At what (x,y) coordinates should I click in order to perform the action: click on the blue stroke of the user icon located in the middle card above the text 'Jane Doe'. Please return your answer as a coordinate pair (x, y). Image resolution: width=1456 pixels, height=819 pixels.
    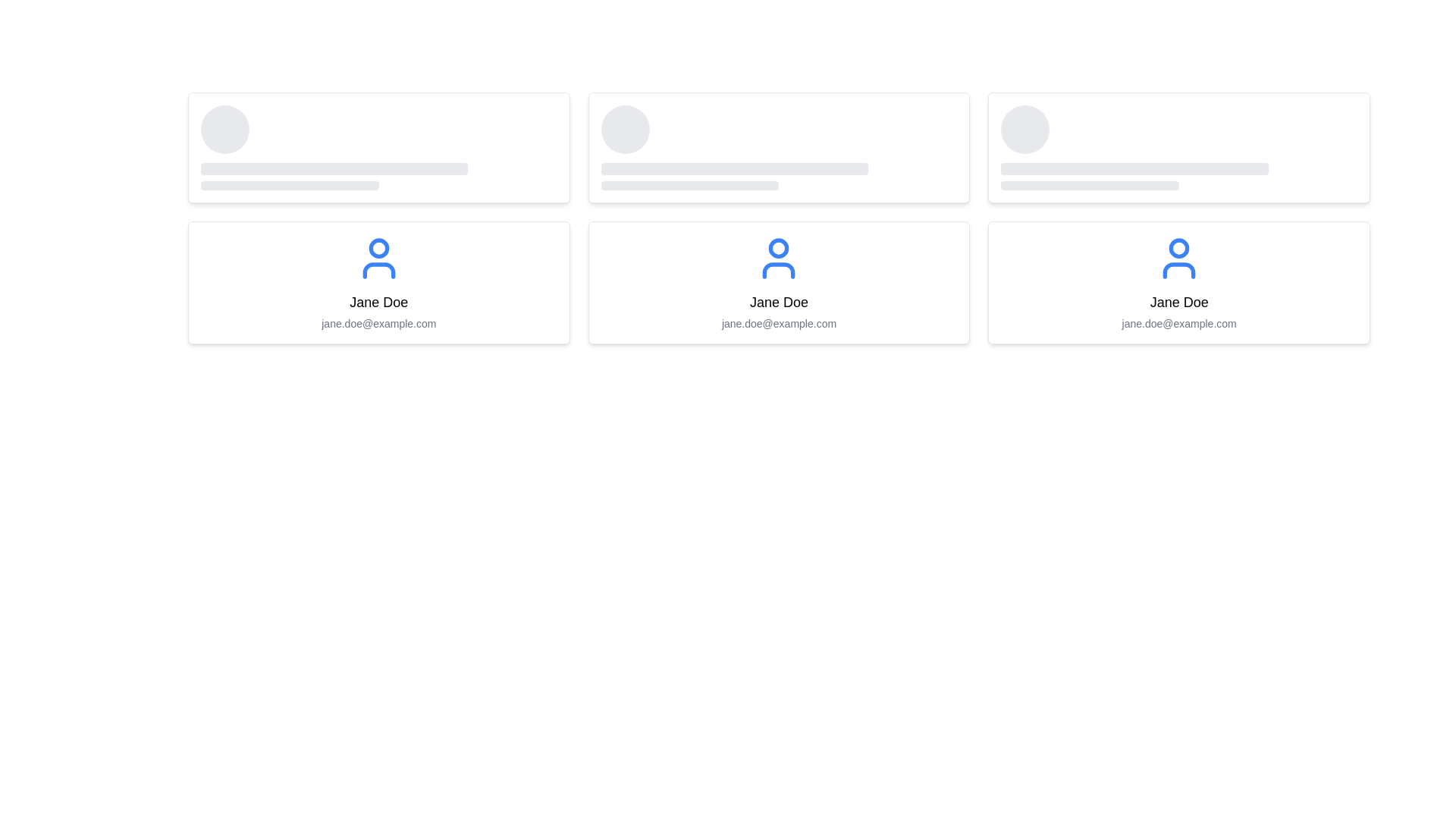
    Looking at the image, I should click on (378, 270).